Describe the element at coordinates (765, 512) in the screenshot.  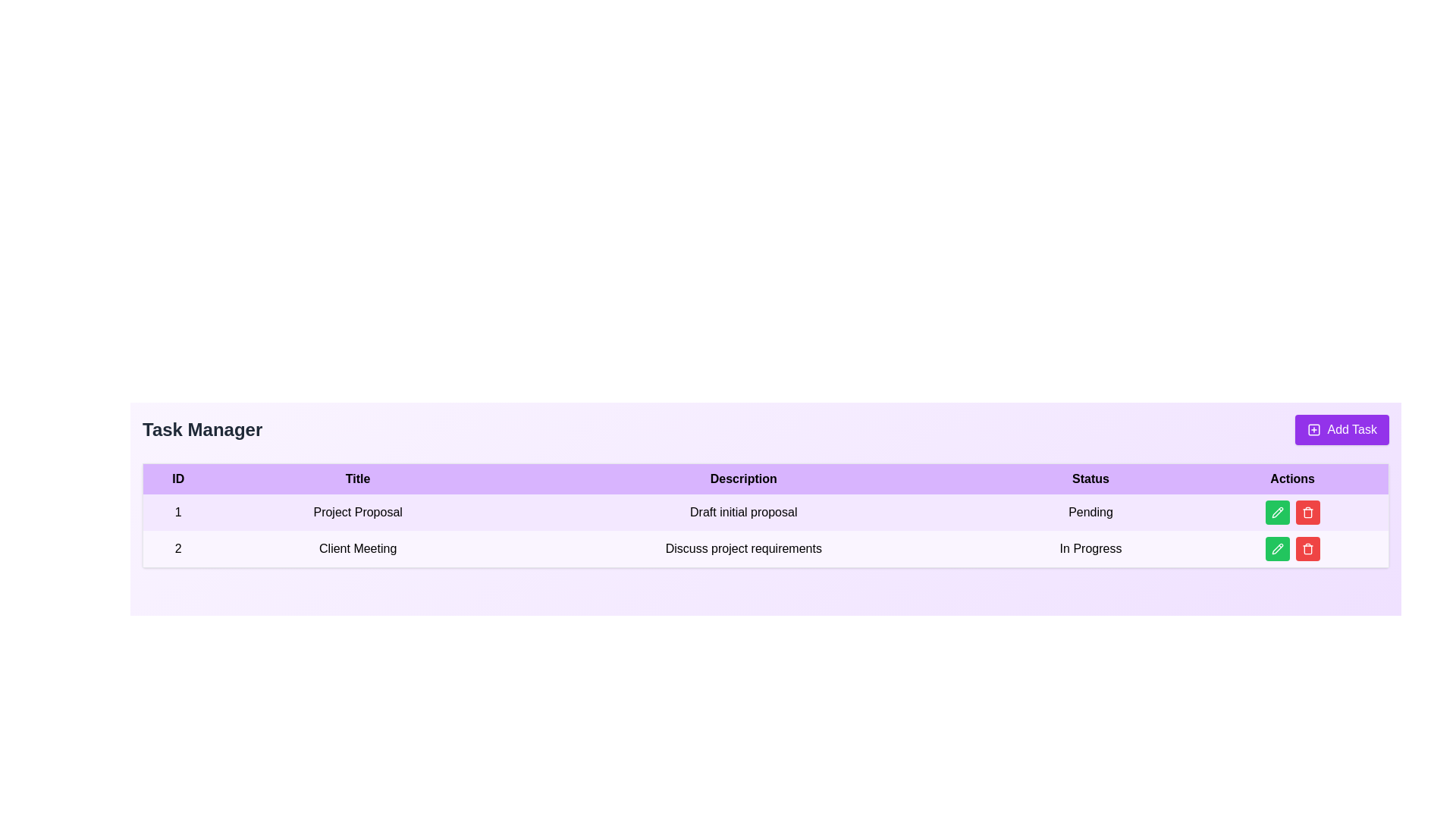
I see `the first row of the project table, which has a light purple background and displays the ID '1', Title 'Project Proposal', Description 'Draft initial proposal', and Status 'Pending'` at that location.